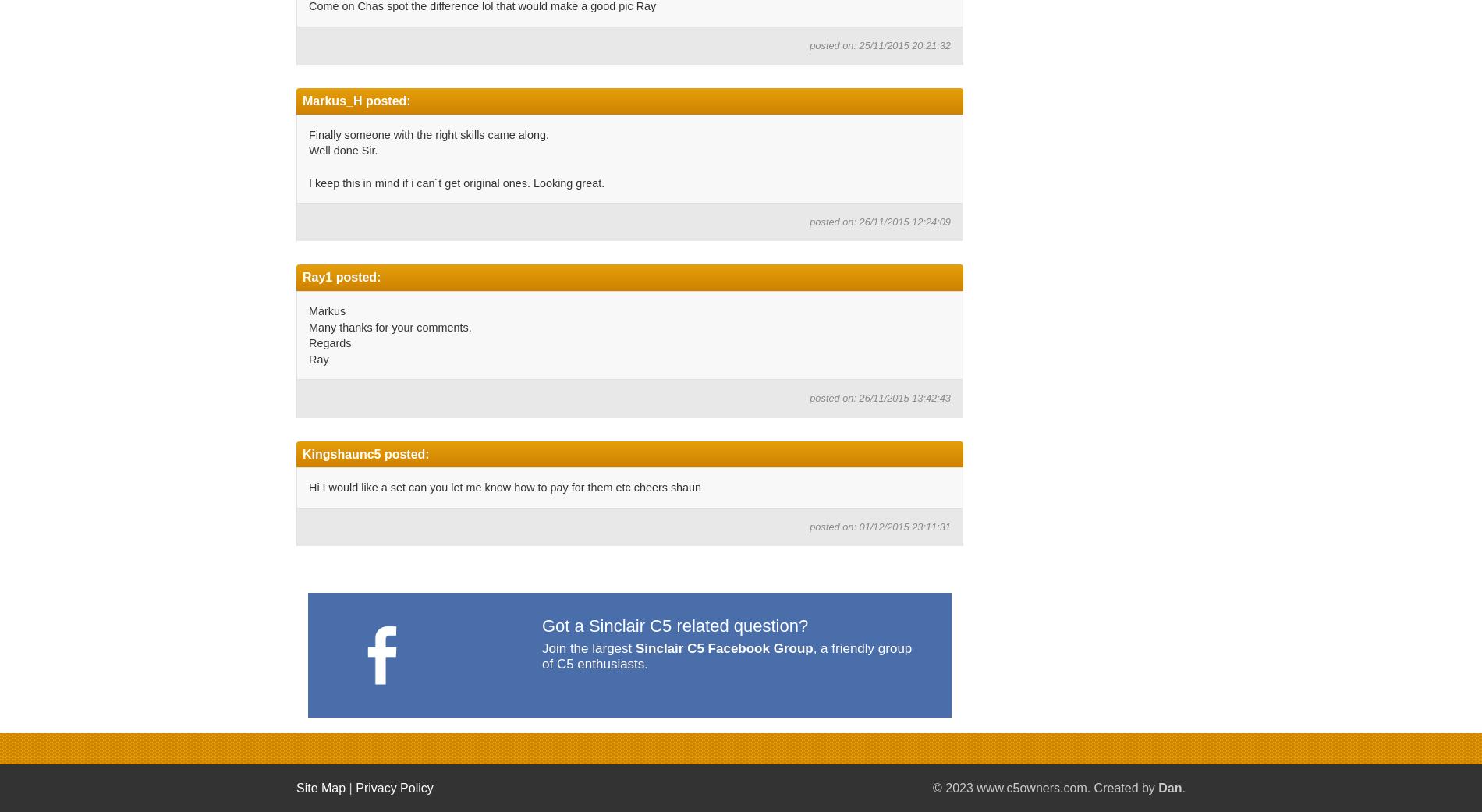 This screenshot has width=1482, height=812. I want to click on 'Ray1 posted:', so click(340, 277).